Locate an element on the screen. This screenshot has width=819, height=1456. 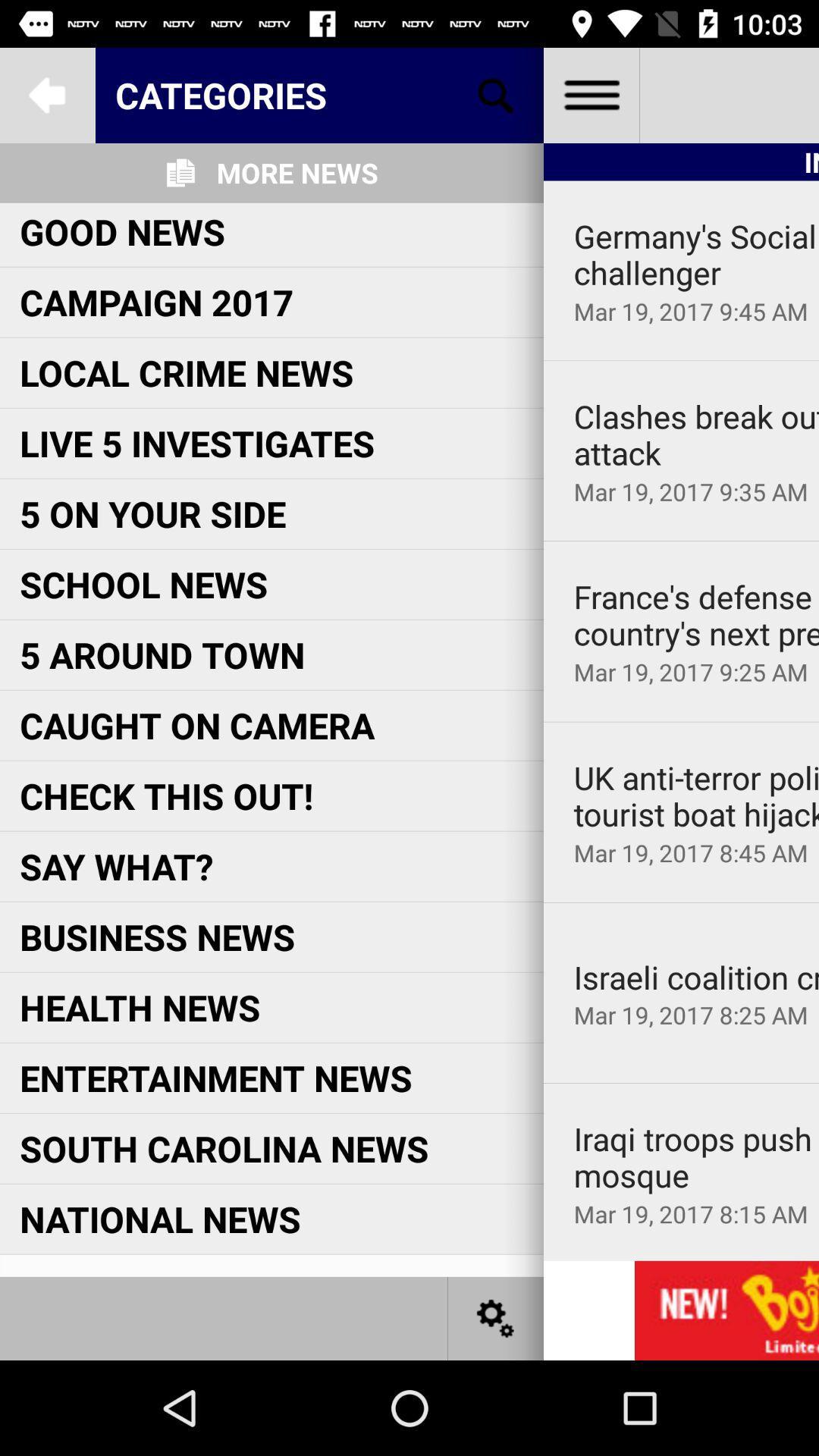
the arrow_backward icon is located at coordinates (46, 94).